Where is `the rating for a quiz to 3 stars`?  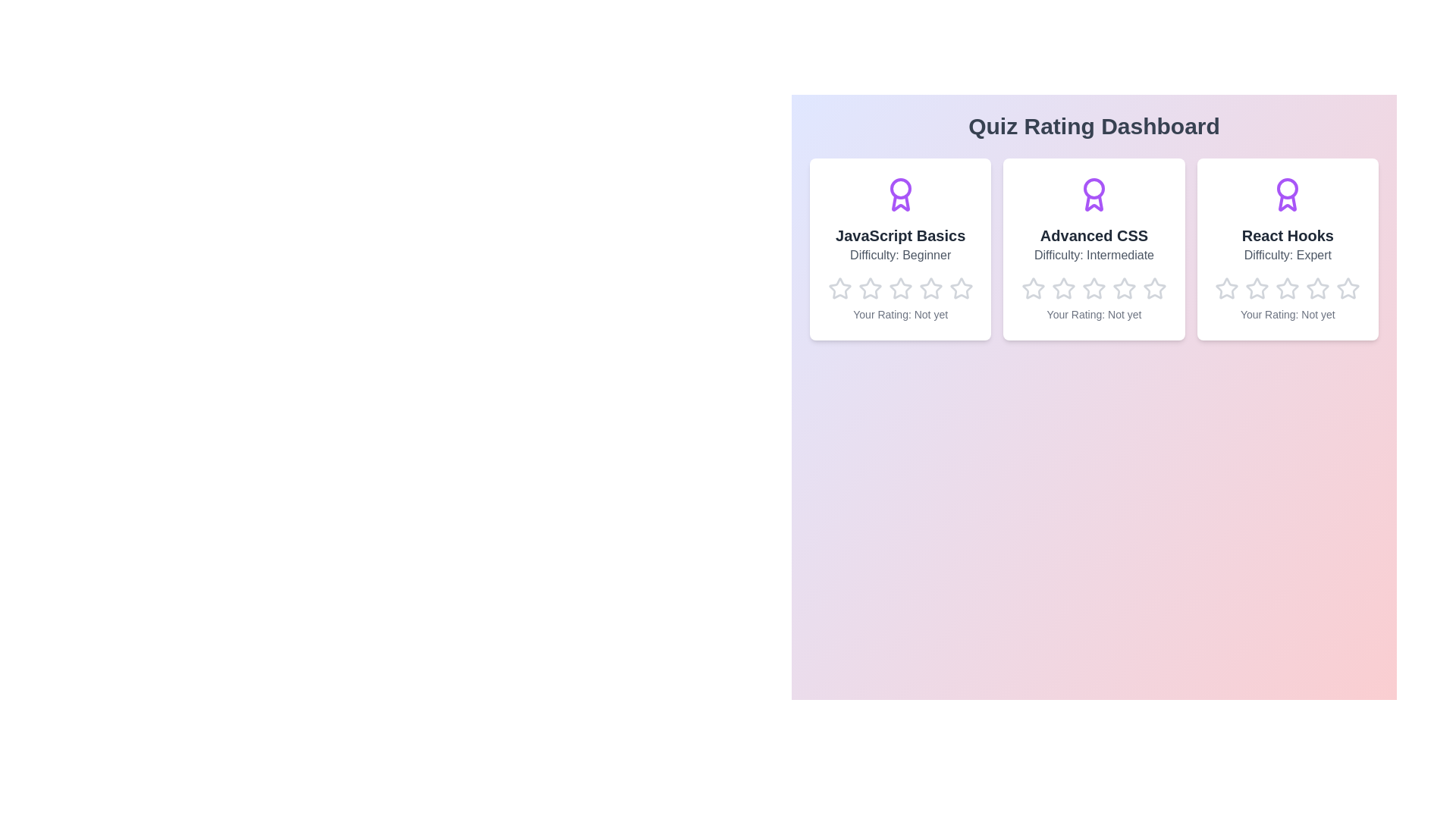
the rating for a quiz to 3 stars is located at coordinates (899, 289).